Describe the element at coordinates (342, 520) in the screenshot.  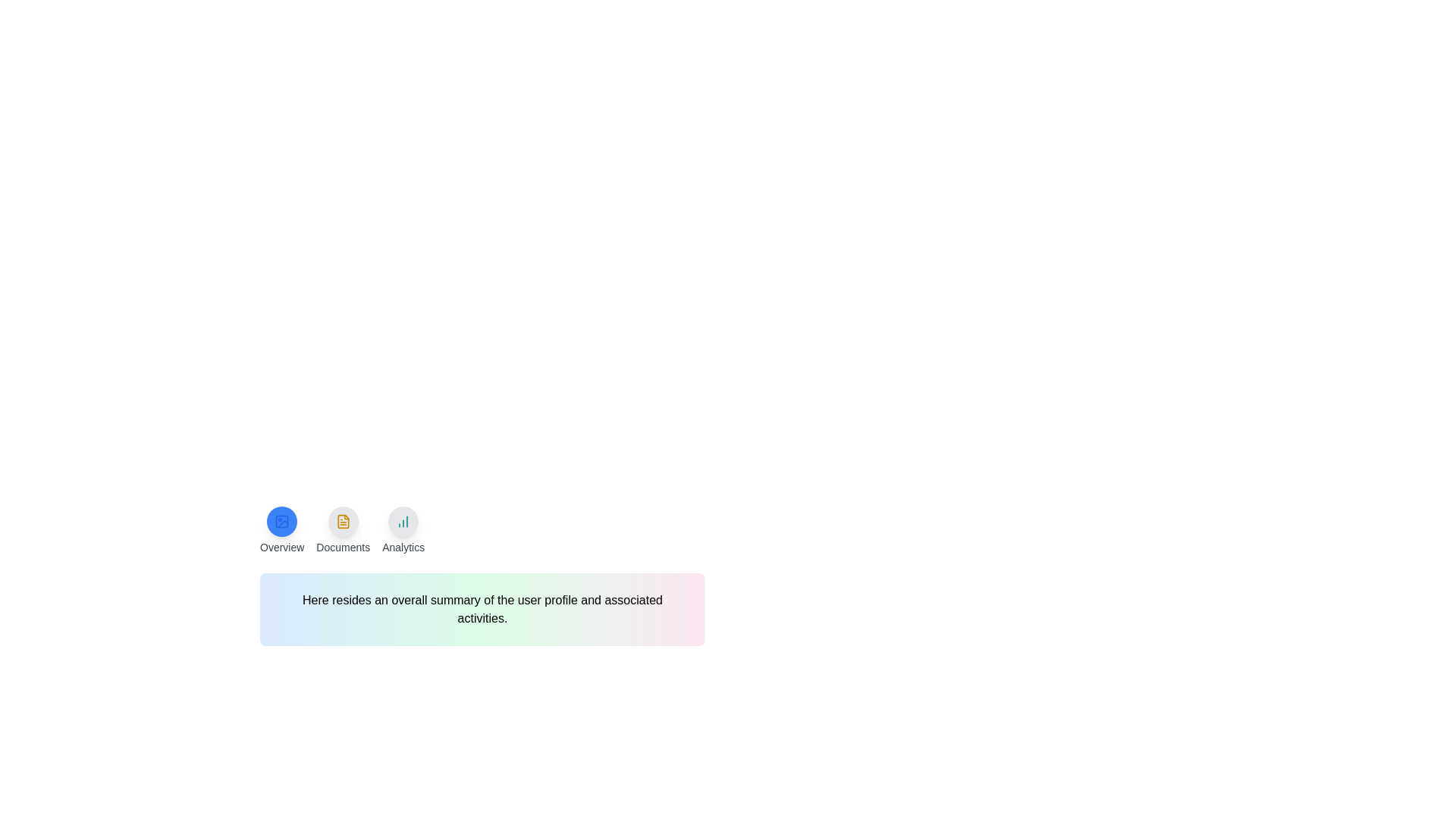
I see `the circular icon button with a gray background and a yellow document pictograph` at that location.